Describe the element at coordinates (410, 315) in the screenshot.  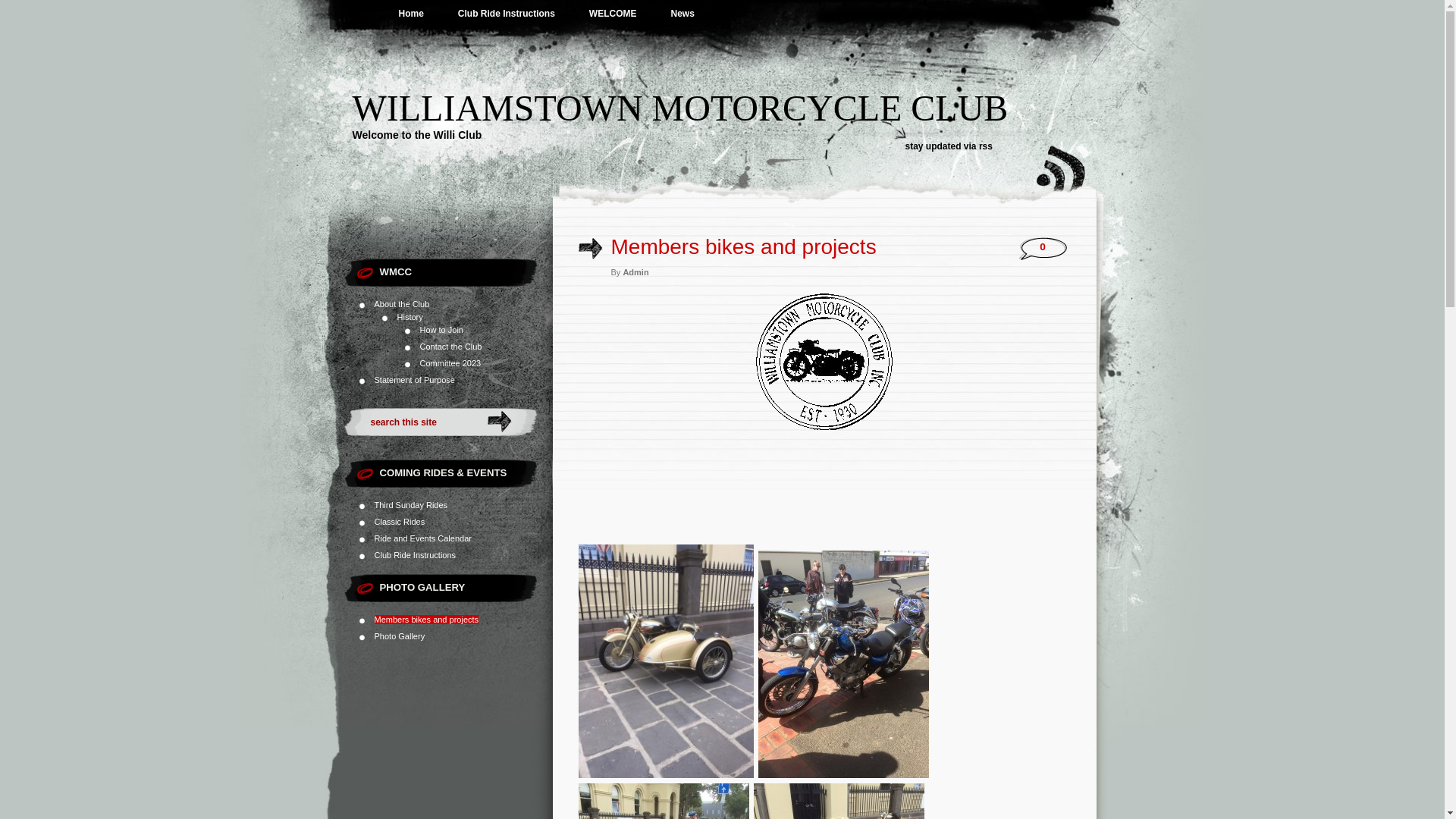
I see `'History'` at that location.